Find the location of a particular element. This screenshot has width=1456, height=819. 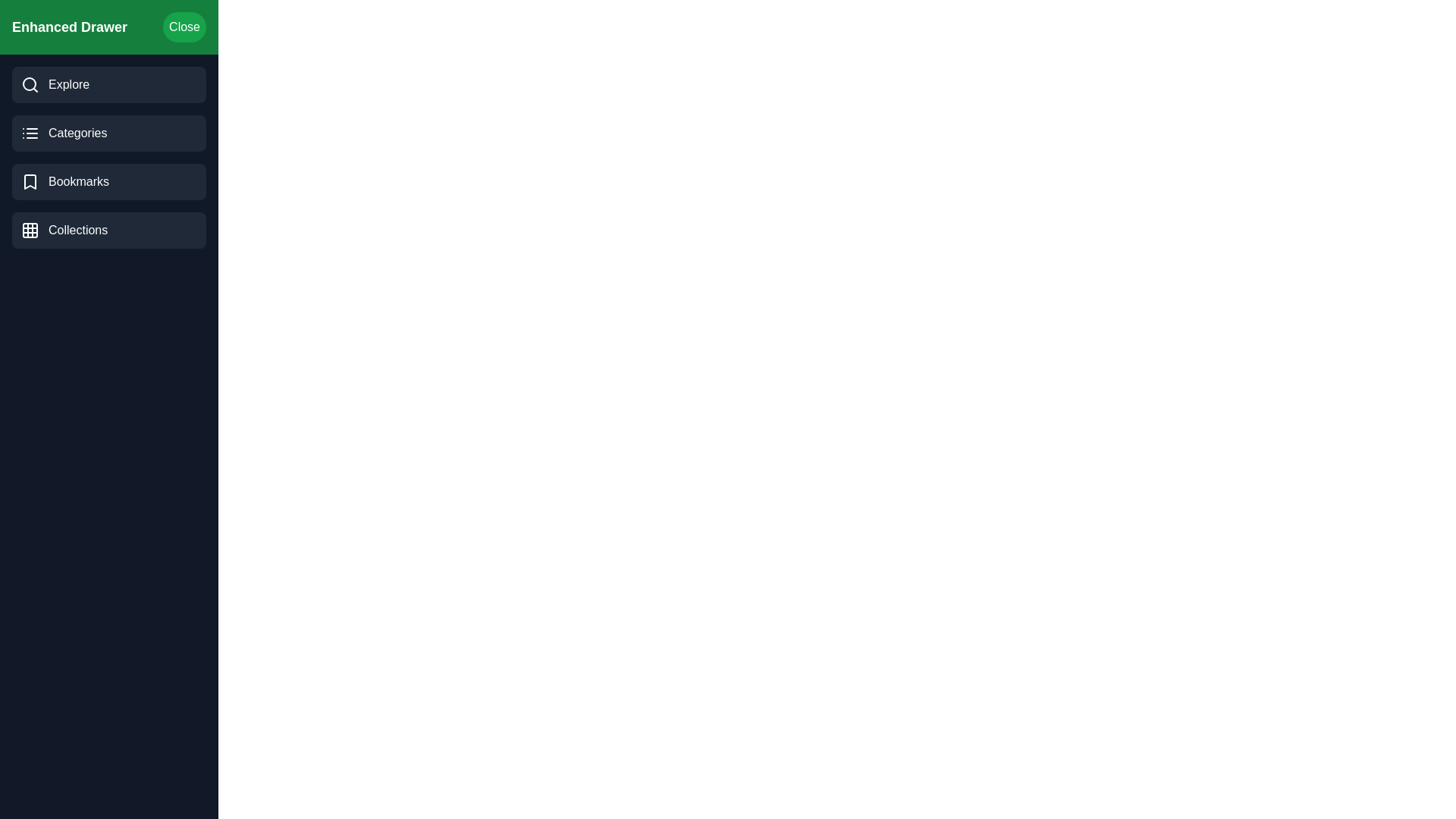

the 'Bookmarks' category to select it is located at coordinates (108, 180).